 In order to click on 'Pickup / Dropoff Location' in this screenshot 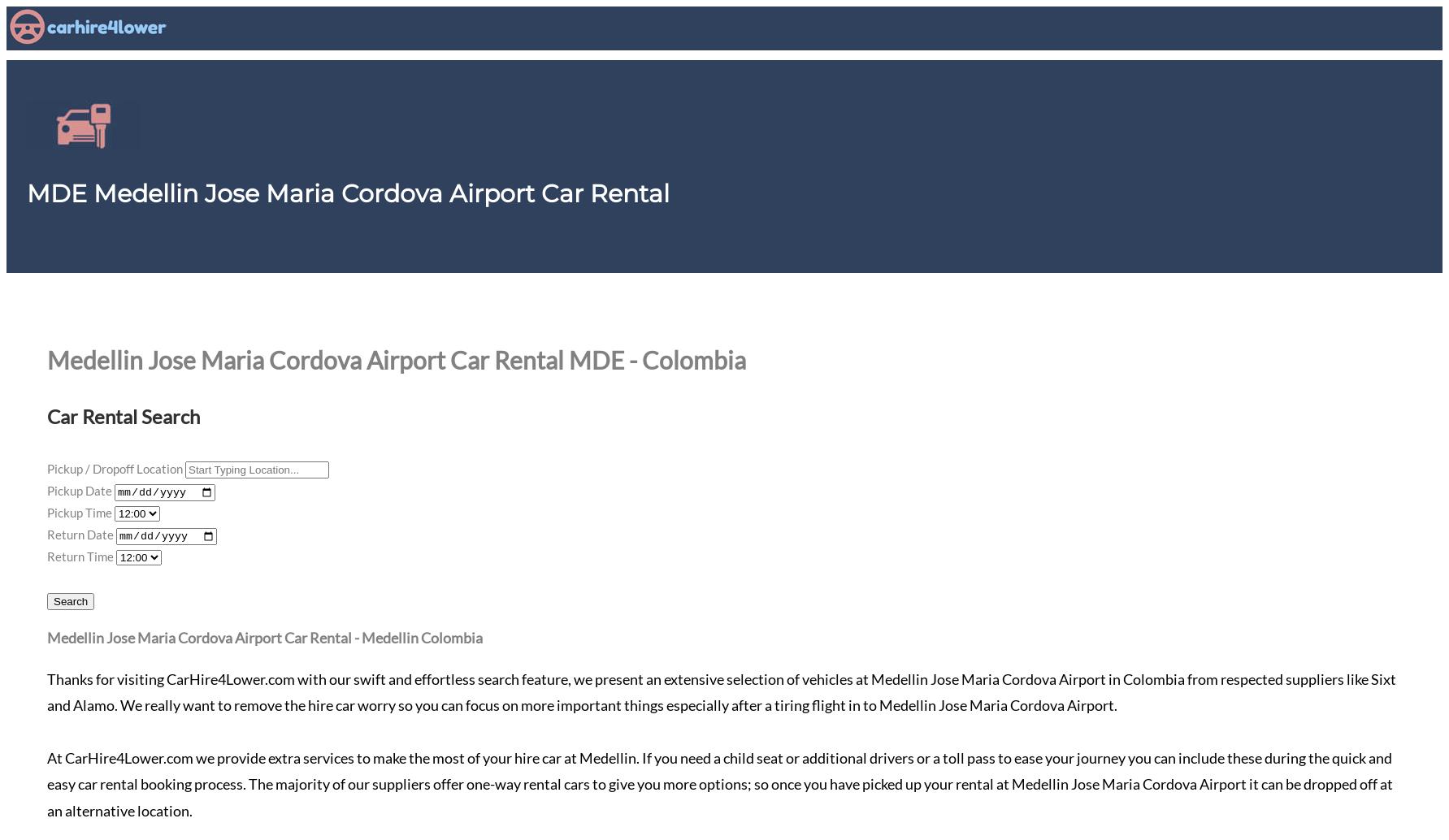, I will do `click(114, 468)`.